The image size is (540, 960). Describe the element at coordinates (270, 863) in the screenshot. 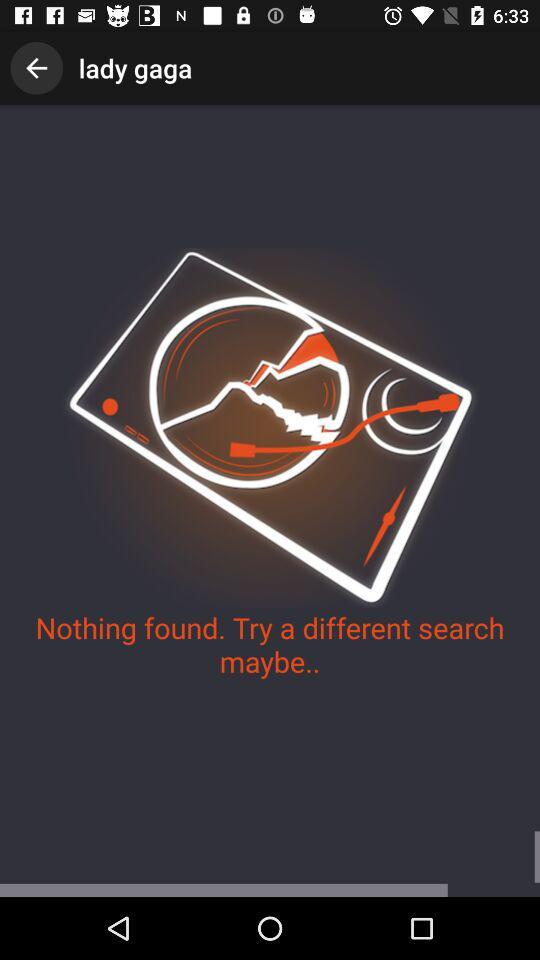

I see `the item below the nothing found try` at that location.